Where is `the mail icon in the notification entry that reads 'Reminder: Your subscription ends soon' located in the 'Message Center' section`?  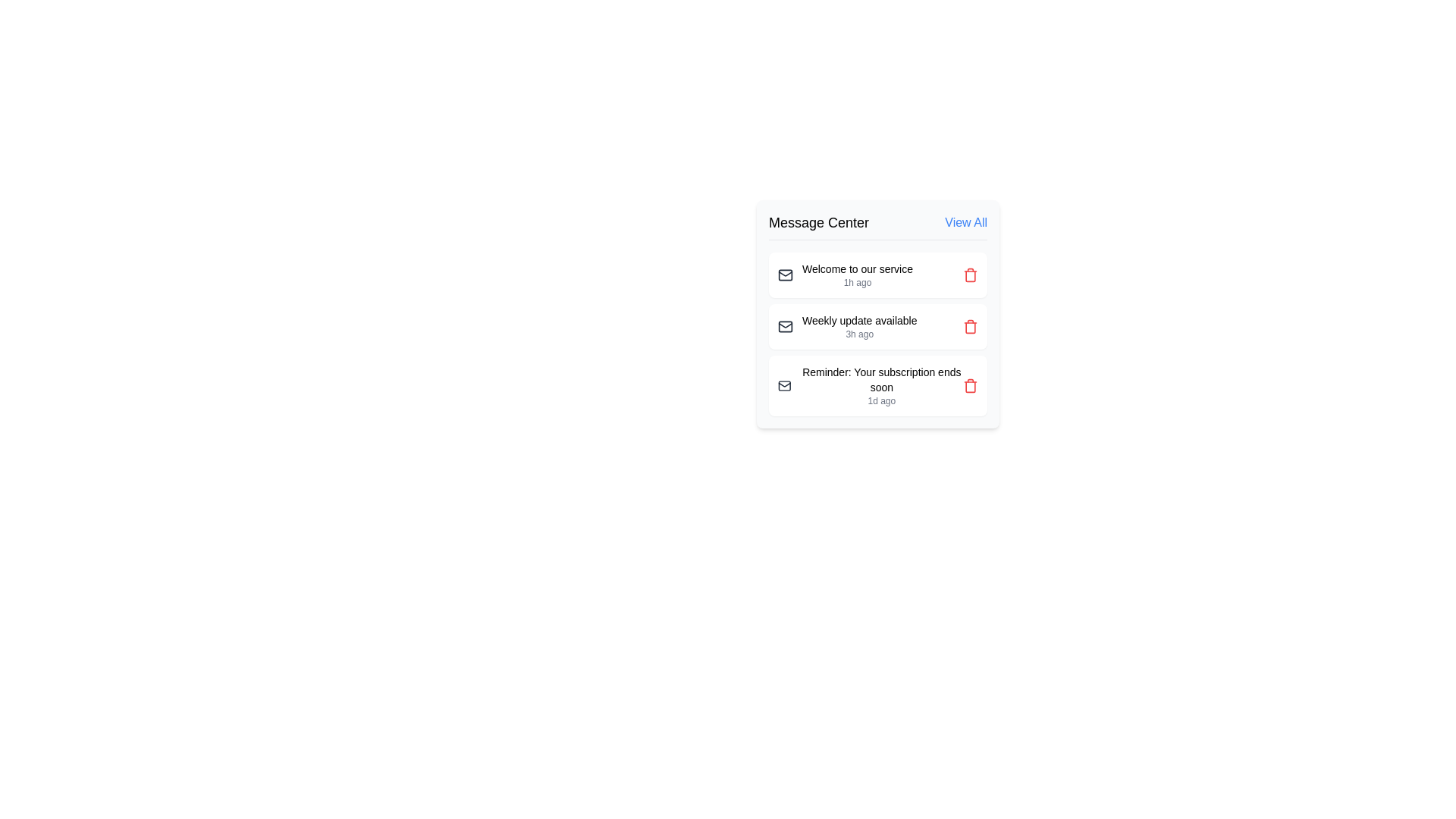
the mail icon in the notification entry that reads 'Reminder: Your subscription ends soon' located in the 'Message Center' section is located at coordinates (870, 385).